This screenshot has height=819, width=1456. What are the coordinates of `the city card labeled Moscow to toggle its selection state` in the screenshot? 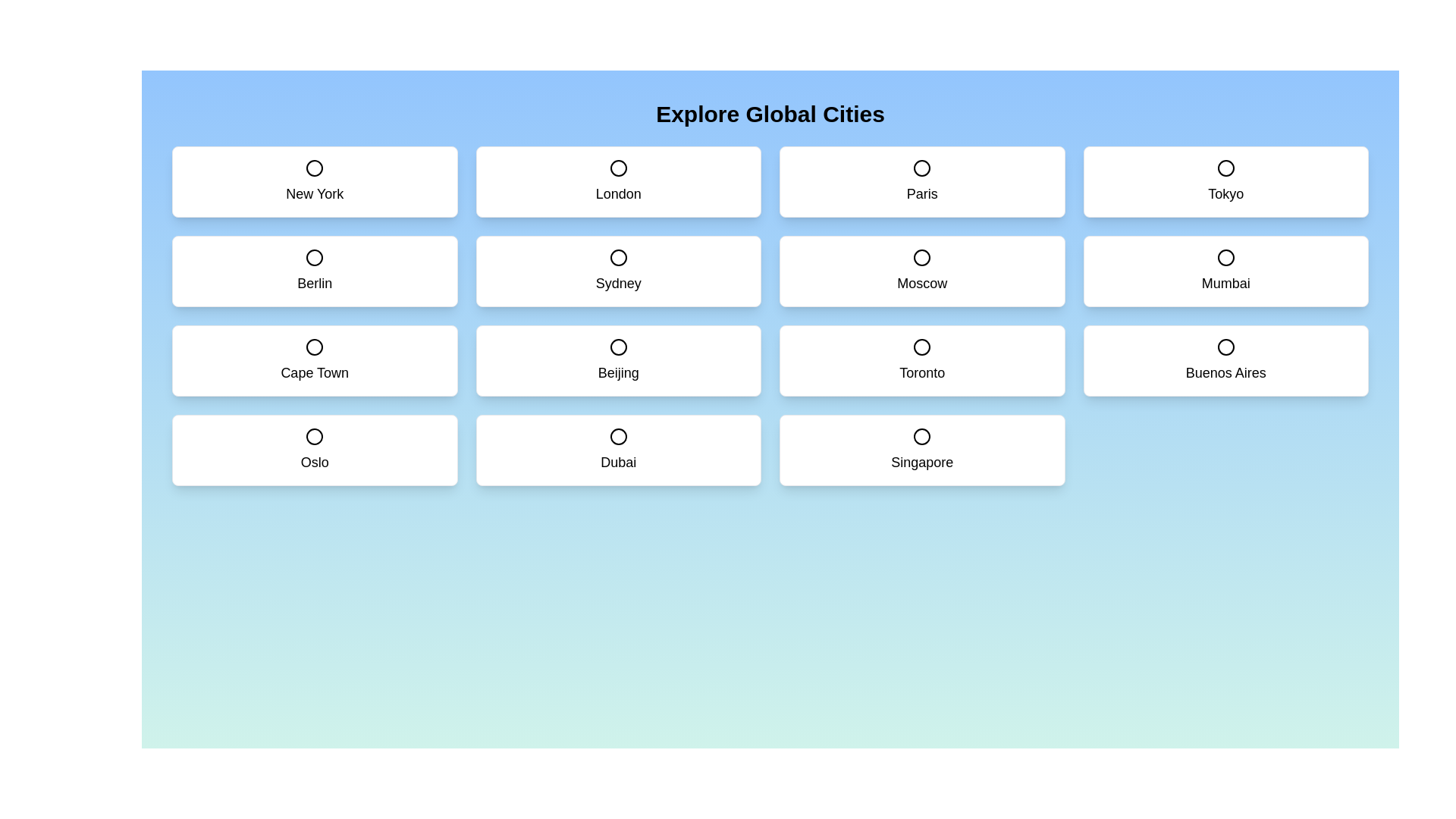 It's located at (921, 271).